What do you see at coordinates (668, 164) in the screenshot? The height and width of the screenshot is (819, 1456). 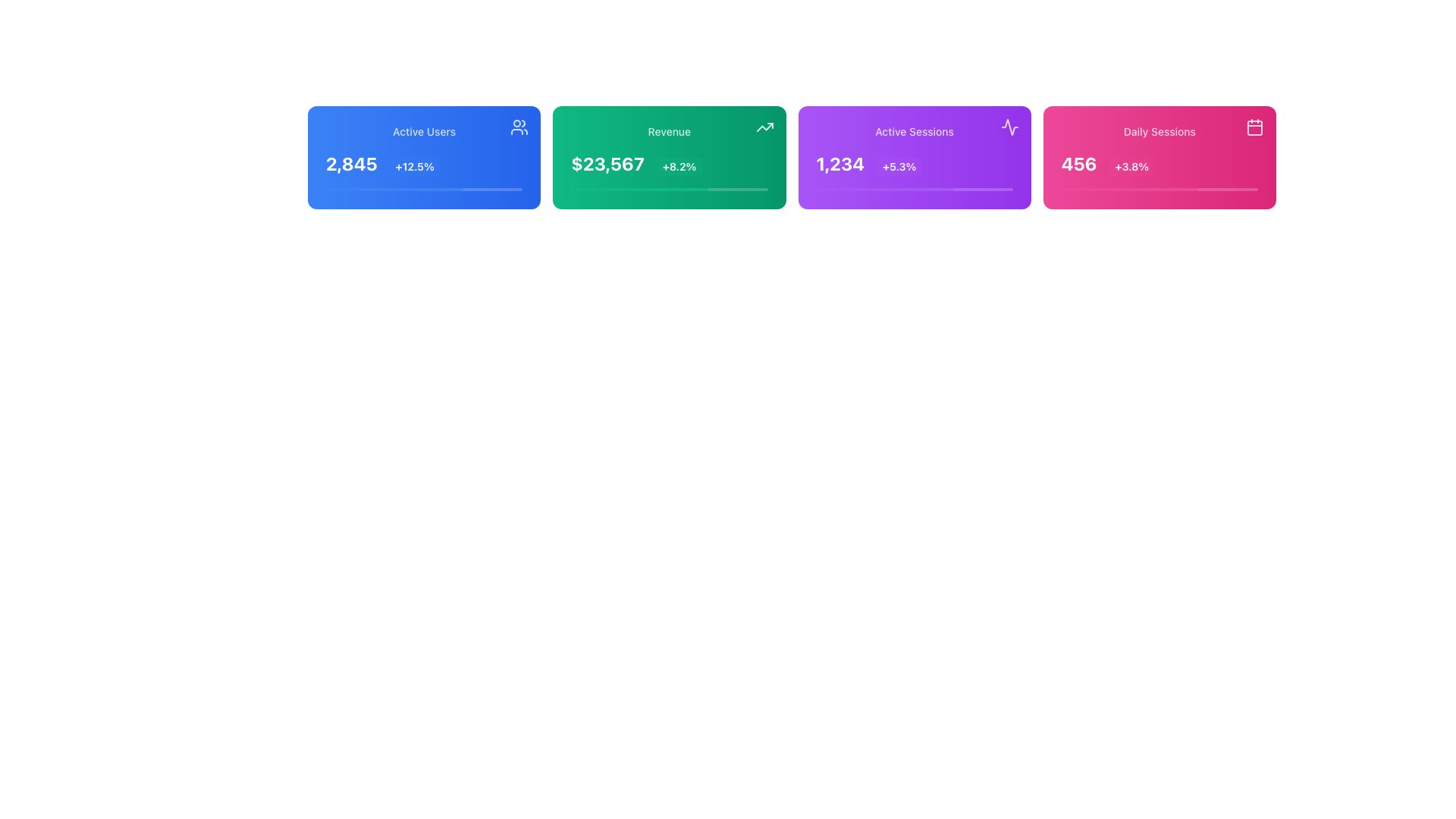 I see `the textual display component showing the financial metric '$23,567' and the percentage change '+8.2%', located beneath the 'Revenue' header in the second card of four horizontally arranged cards` at bounding box center [668, 164].